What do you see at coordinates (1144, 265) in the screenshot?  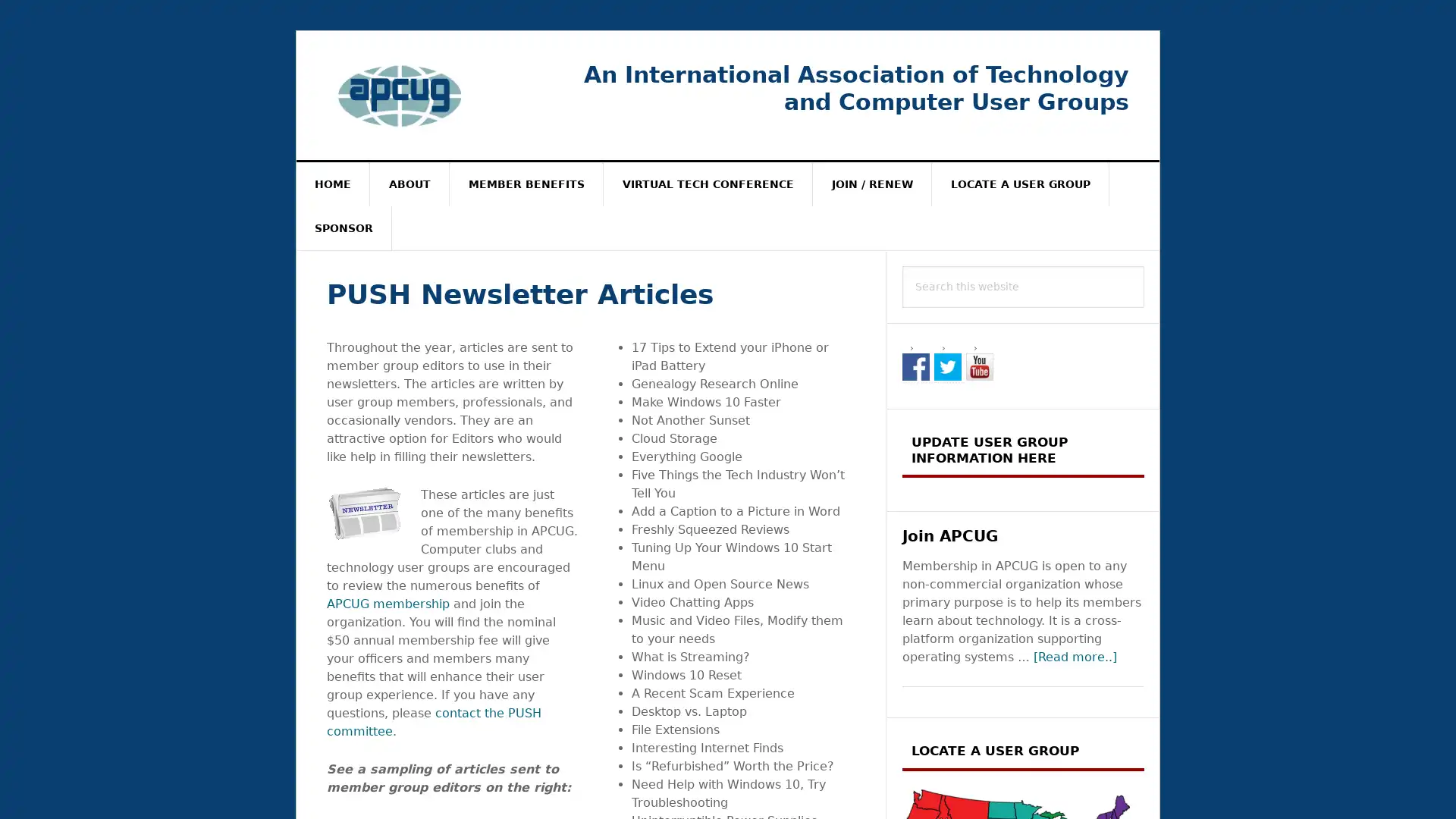 I see `Search` at bounding box center [1144, 265].